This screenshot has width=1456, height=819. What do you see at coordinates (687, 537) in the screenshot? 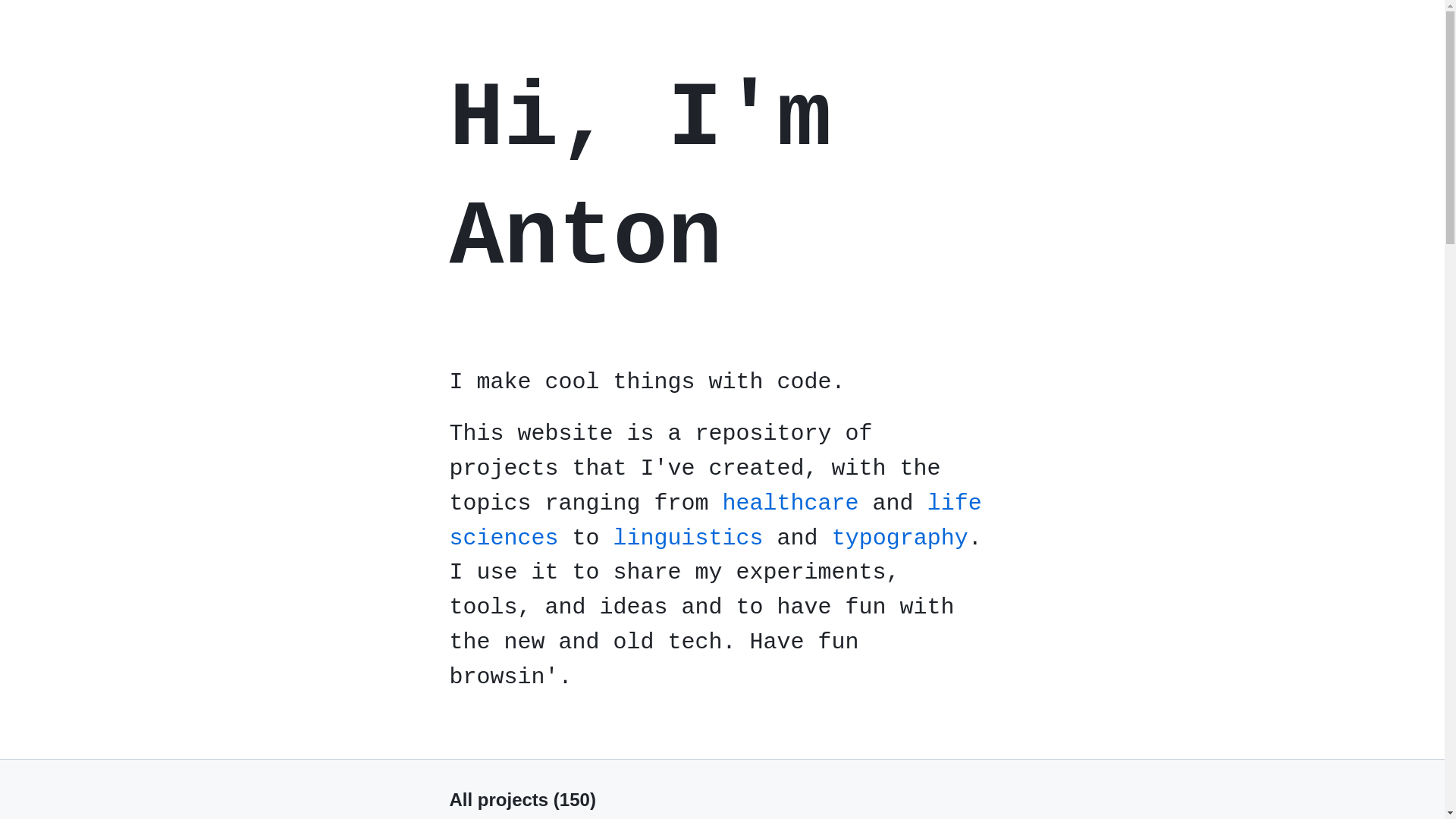
I see `'linguistics'` at bounding box center [687, 537].